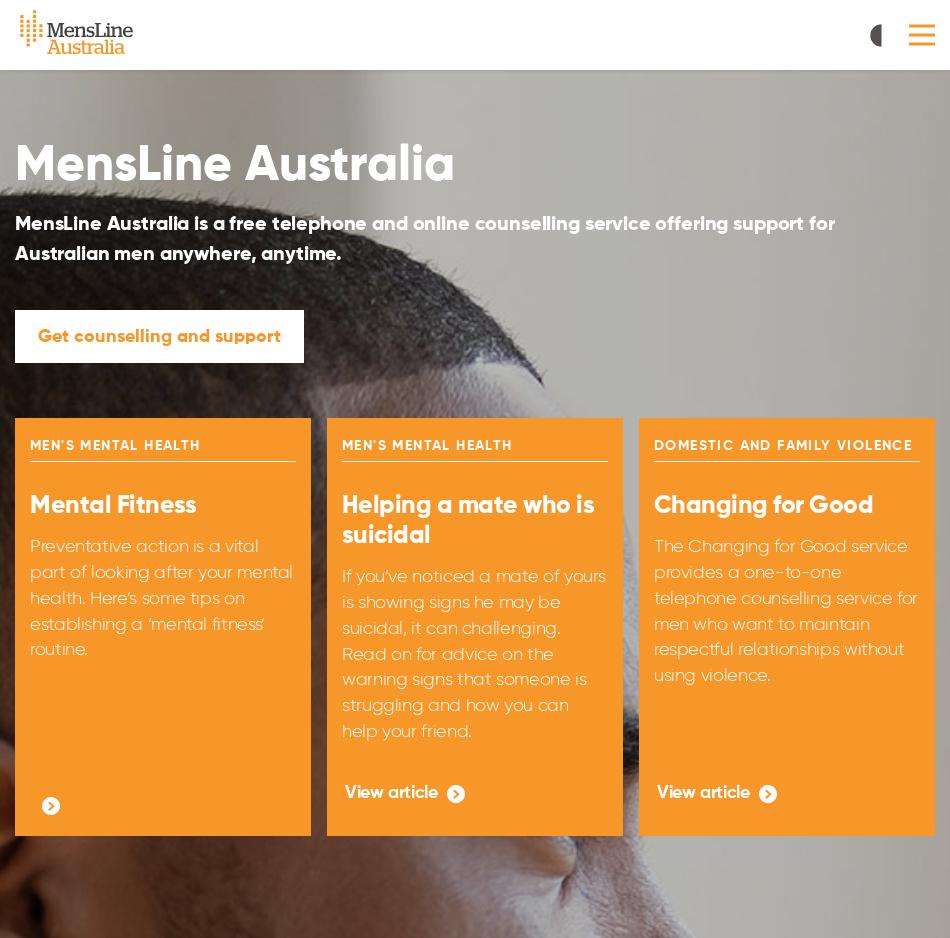  I want to click on 'Preventative action is a vital part of looking after your mental health. Here’s some tips on establishing a ‘mental fitness’ routine.', so click(161, 596).